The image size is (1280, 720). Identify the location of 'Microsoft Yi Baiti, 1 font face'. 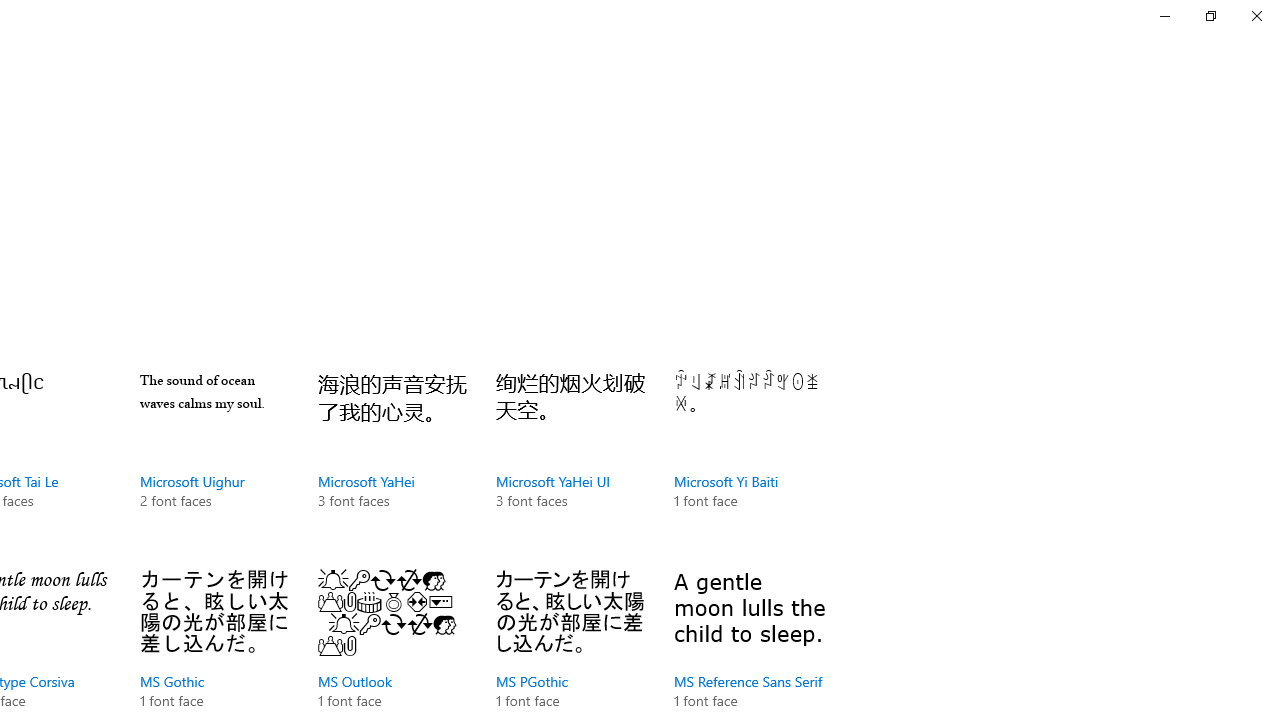
(747, 460).